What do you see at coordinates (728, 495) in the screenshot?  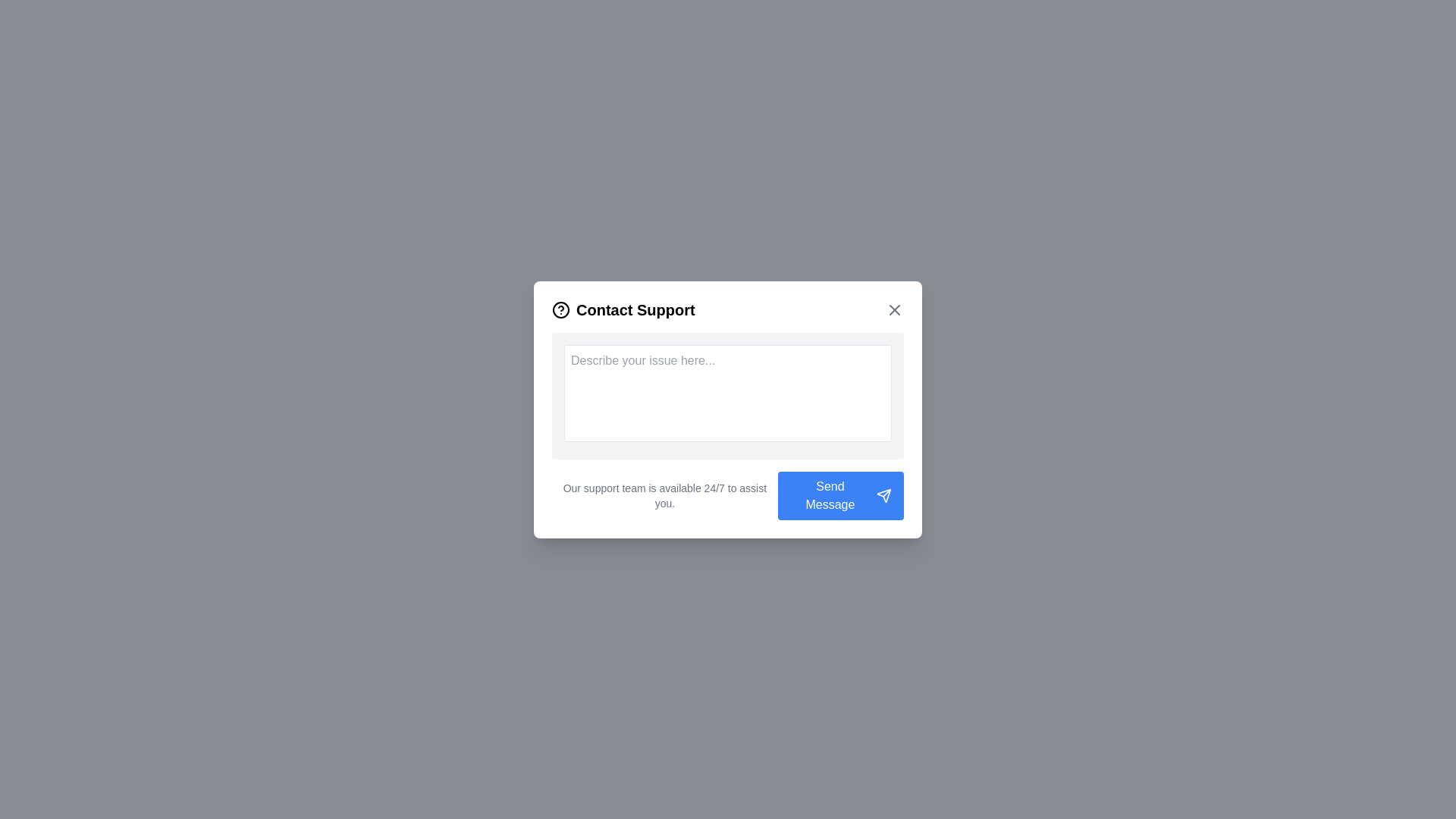 I see `the informational text displaying the message 'Our support team is available 24/7 to assist you.' located at the bottom-left section within the 'Contact Support' card` at bounding box center [728, 495].